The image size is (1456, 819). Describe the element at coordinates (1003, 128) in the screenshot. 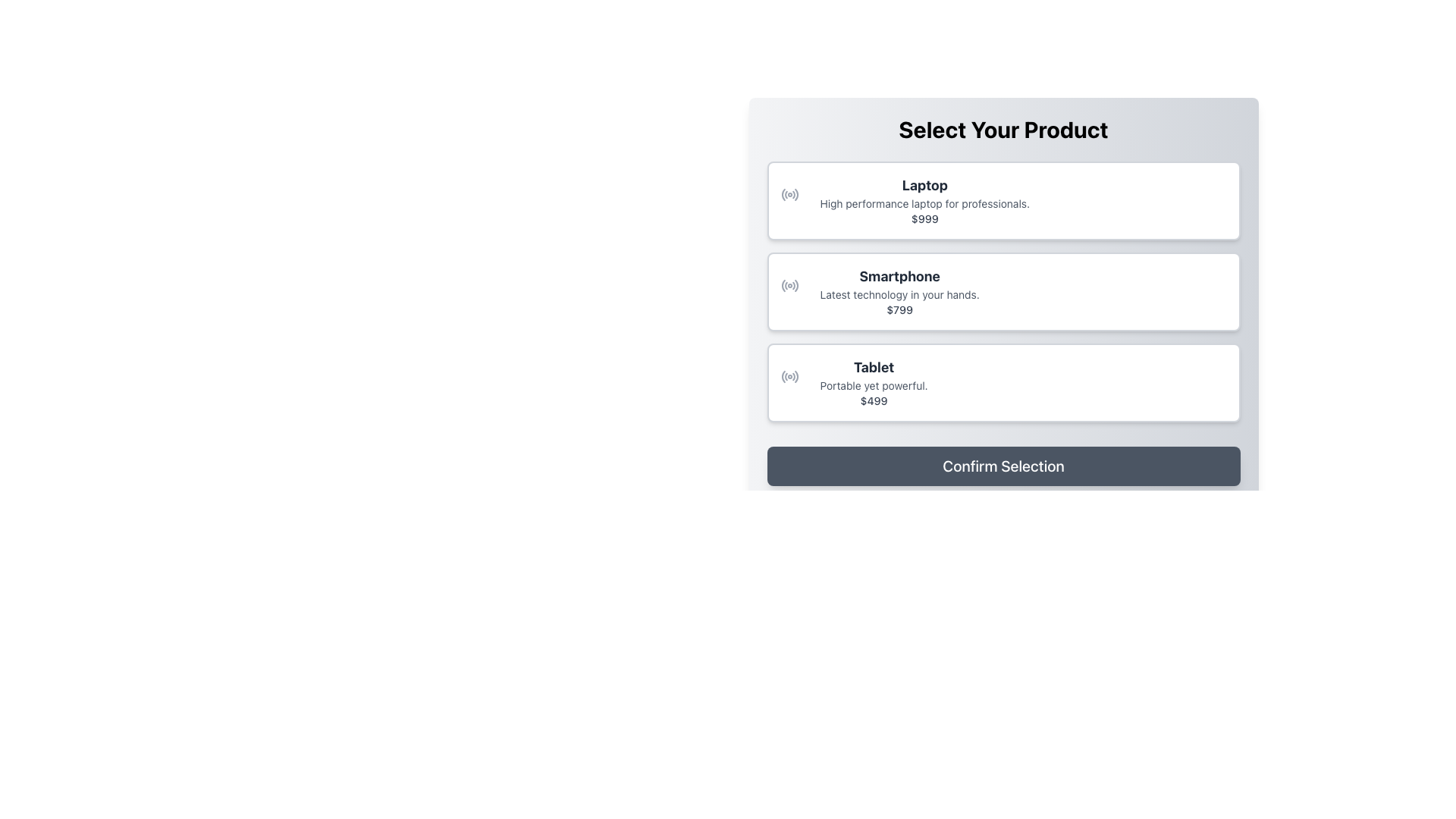

I see `the static text heading that serves as a title providing context to the user about selection options` at that location.